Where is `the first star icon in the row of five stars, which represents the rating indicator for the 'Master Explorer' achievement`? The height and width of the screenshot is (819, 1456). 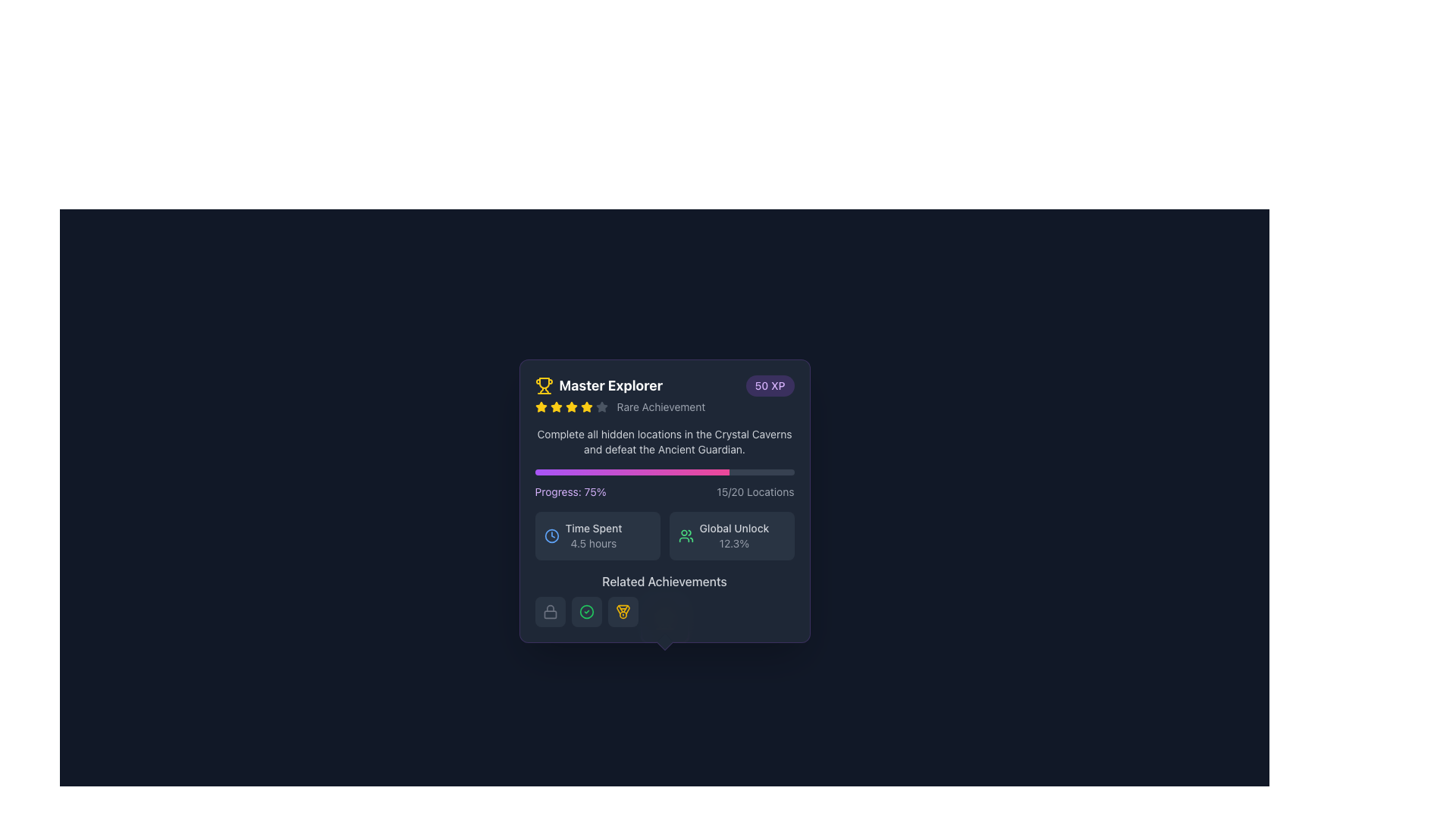 the first star icon in the row of five stars, which represents the rating indicator for the 'Master Explorer' achievement is located at coordinates (541, 406).